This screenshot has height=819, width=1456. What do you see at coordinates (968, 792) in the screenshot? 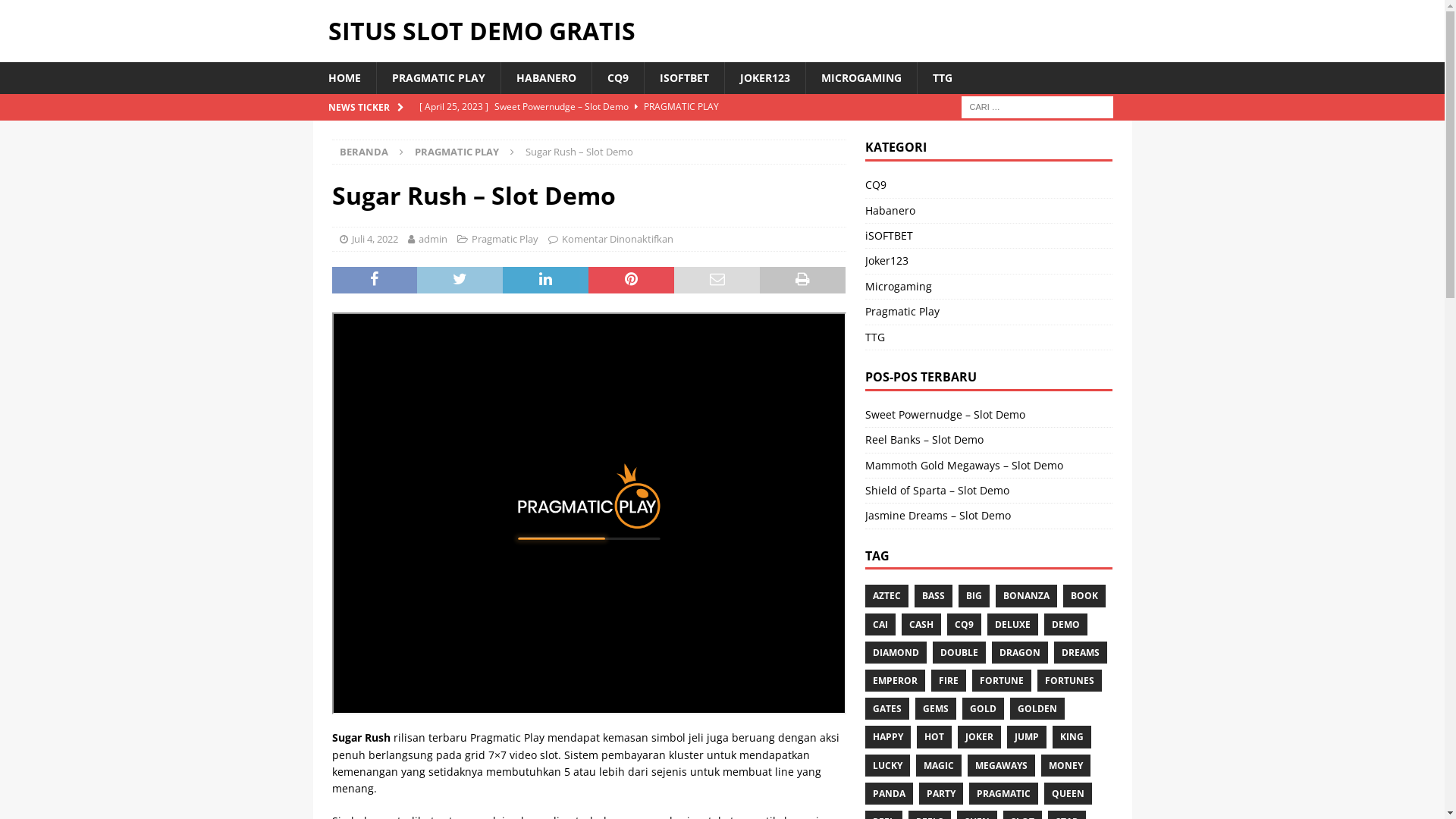
I see `'PRAGMATIC'` at bounding box center [968, 792].